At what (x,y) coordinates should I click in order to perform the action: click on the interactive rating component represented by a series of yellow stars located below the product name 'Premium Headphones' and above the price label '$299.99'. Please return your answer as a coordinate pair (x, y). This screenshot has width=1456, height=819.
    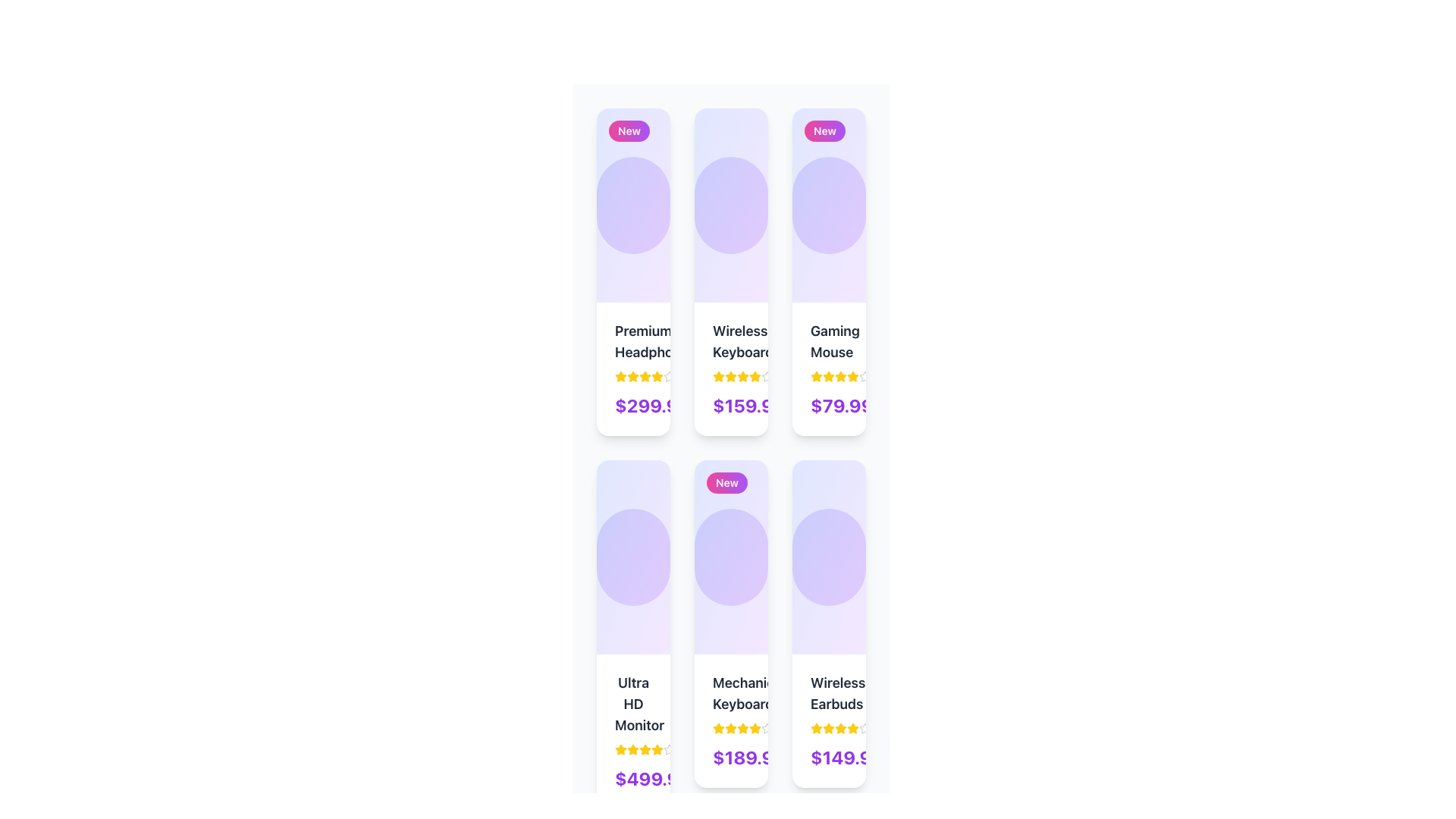
    Looking at the image, I should click on (633, 376).